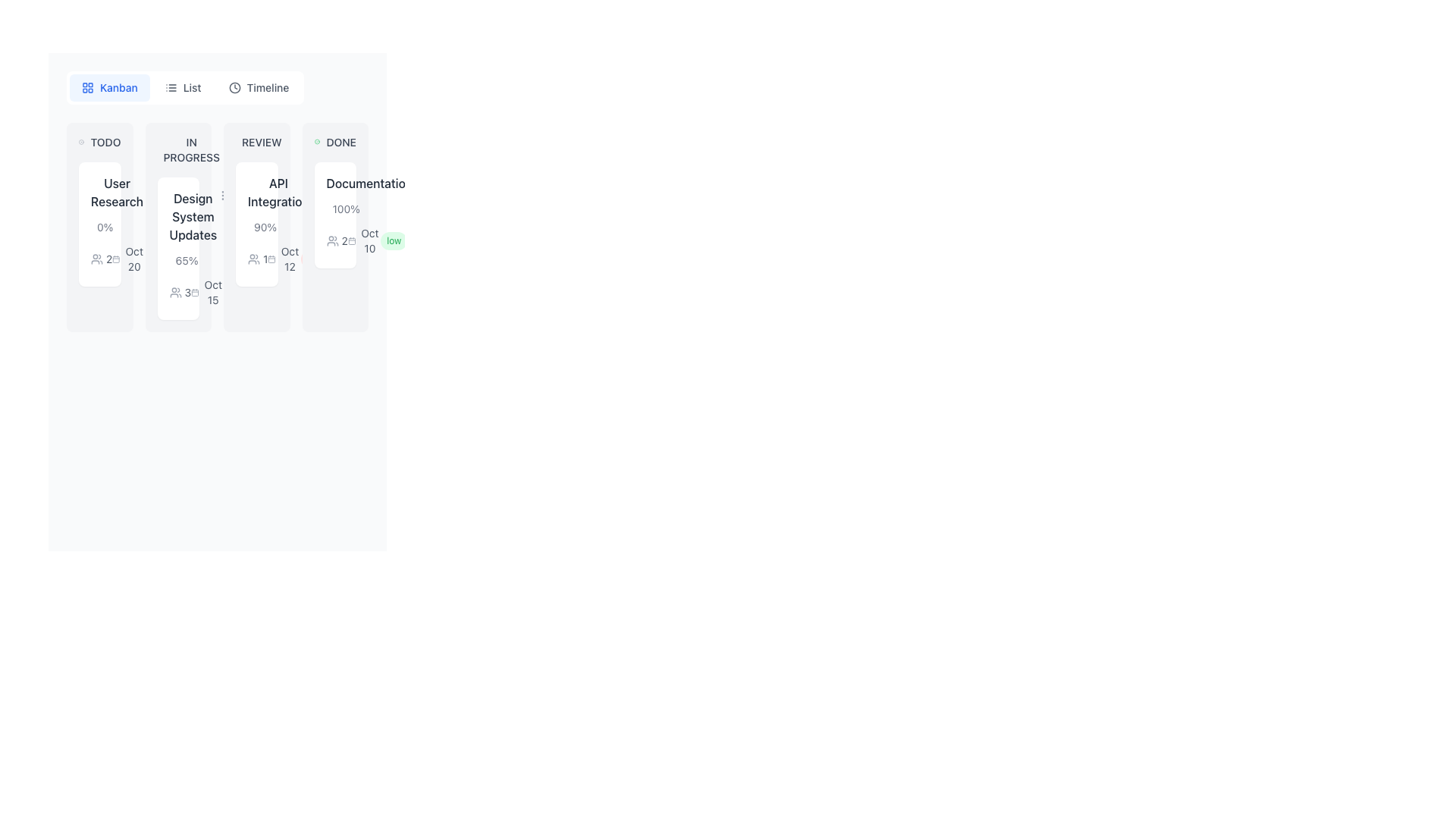 This screenshot has width=1456, height=819. What do you see at coordinates (178, 216) in the screenshot?
I see `the text label displaying 'Design System Updates' located in the 'IN PROGRESS' column of the Kanban board` at bounding box center [178, 216].